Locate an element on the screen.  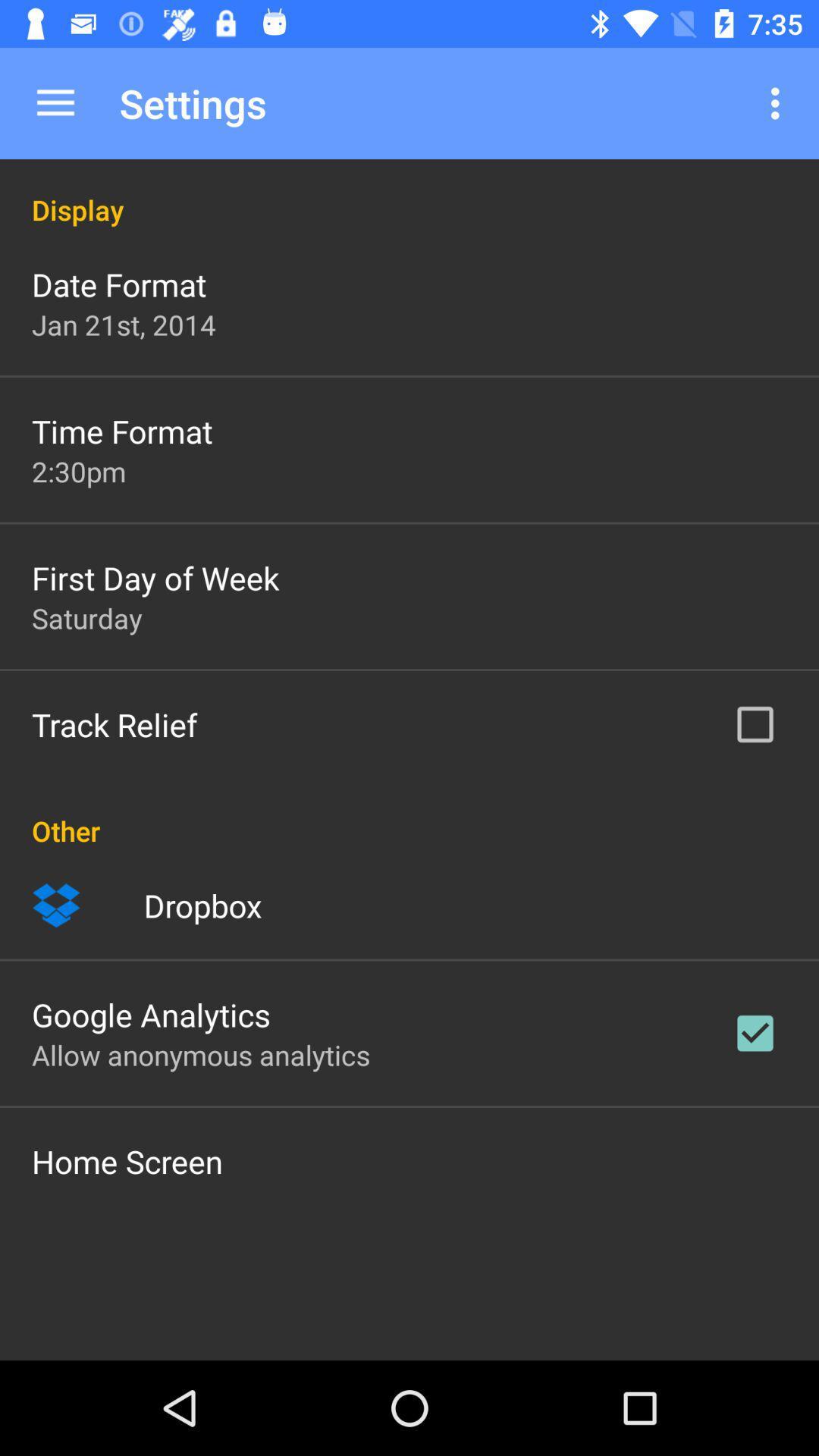
app below google analytics is located at coordinates (200, 1054).